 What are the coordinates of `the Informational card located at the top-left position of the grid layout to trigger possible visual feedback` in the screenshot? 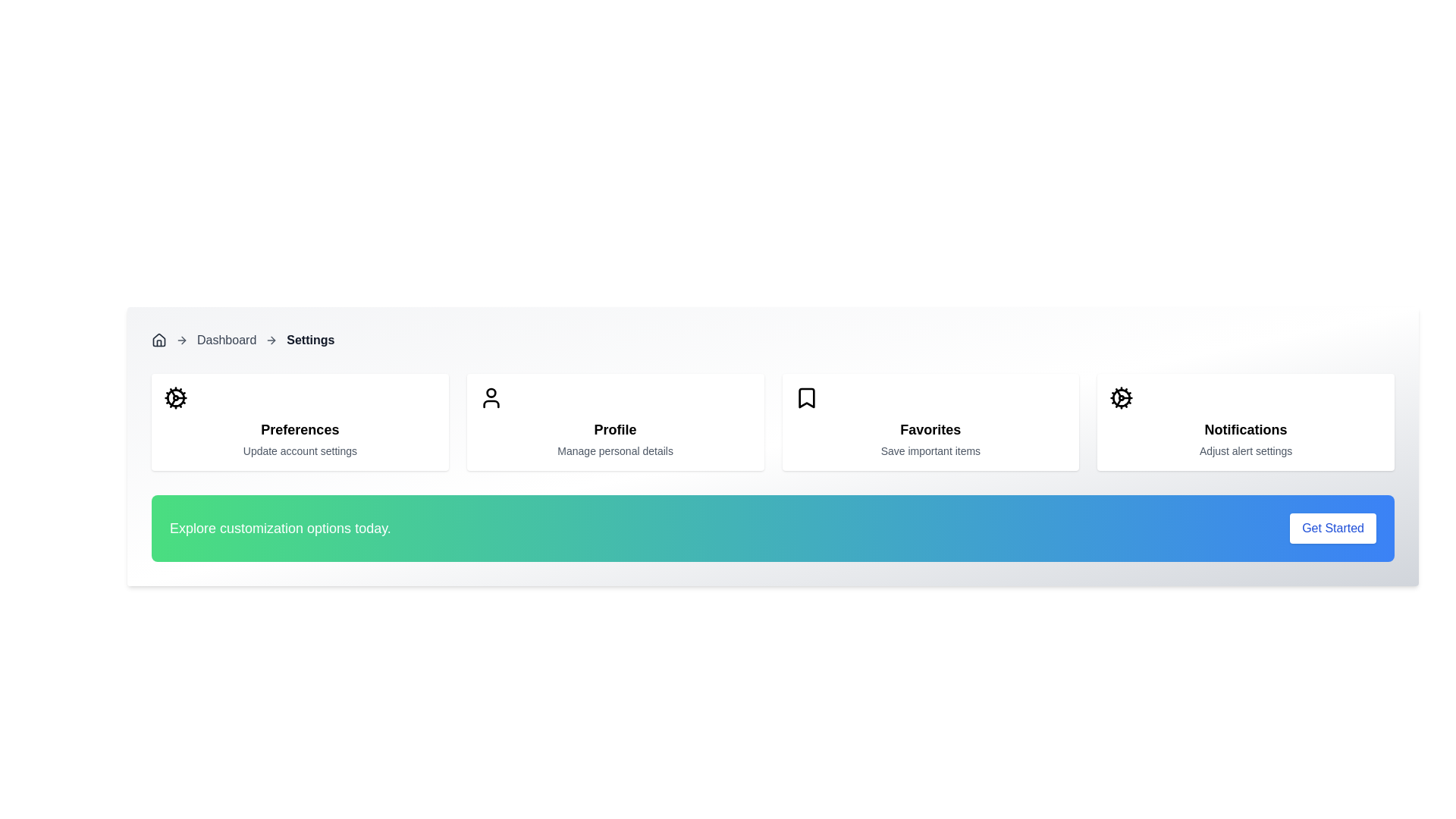 It's located at (300, 422).